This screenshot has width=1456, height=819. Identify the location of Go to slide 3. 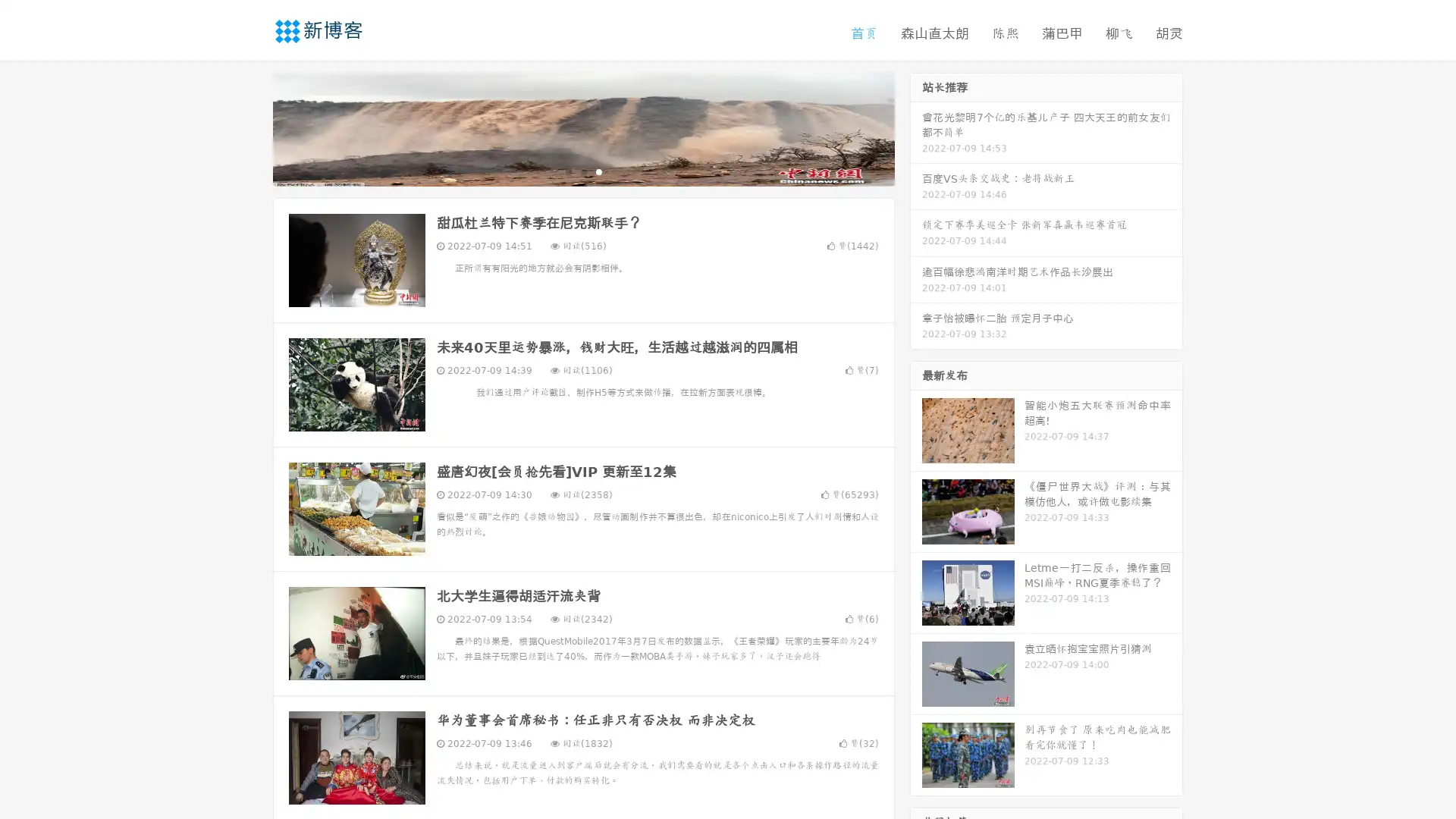
(598, 171).